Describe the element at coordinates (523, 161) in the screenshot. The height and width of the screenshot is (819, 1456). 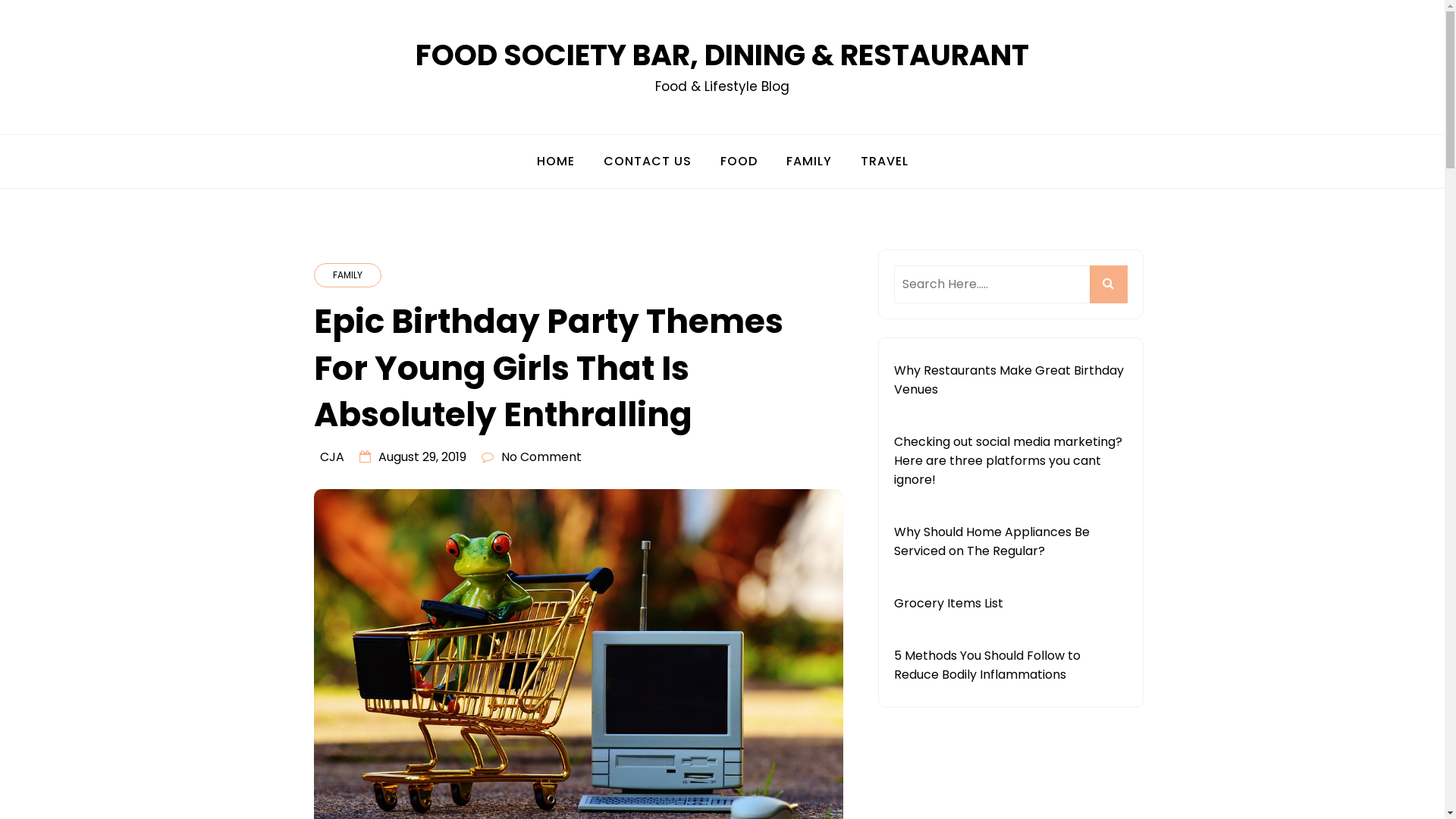
I see `'HOME'` at that location.